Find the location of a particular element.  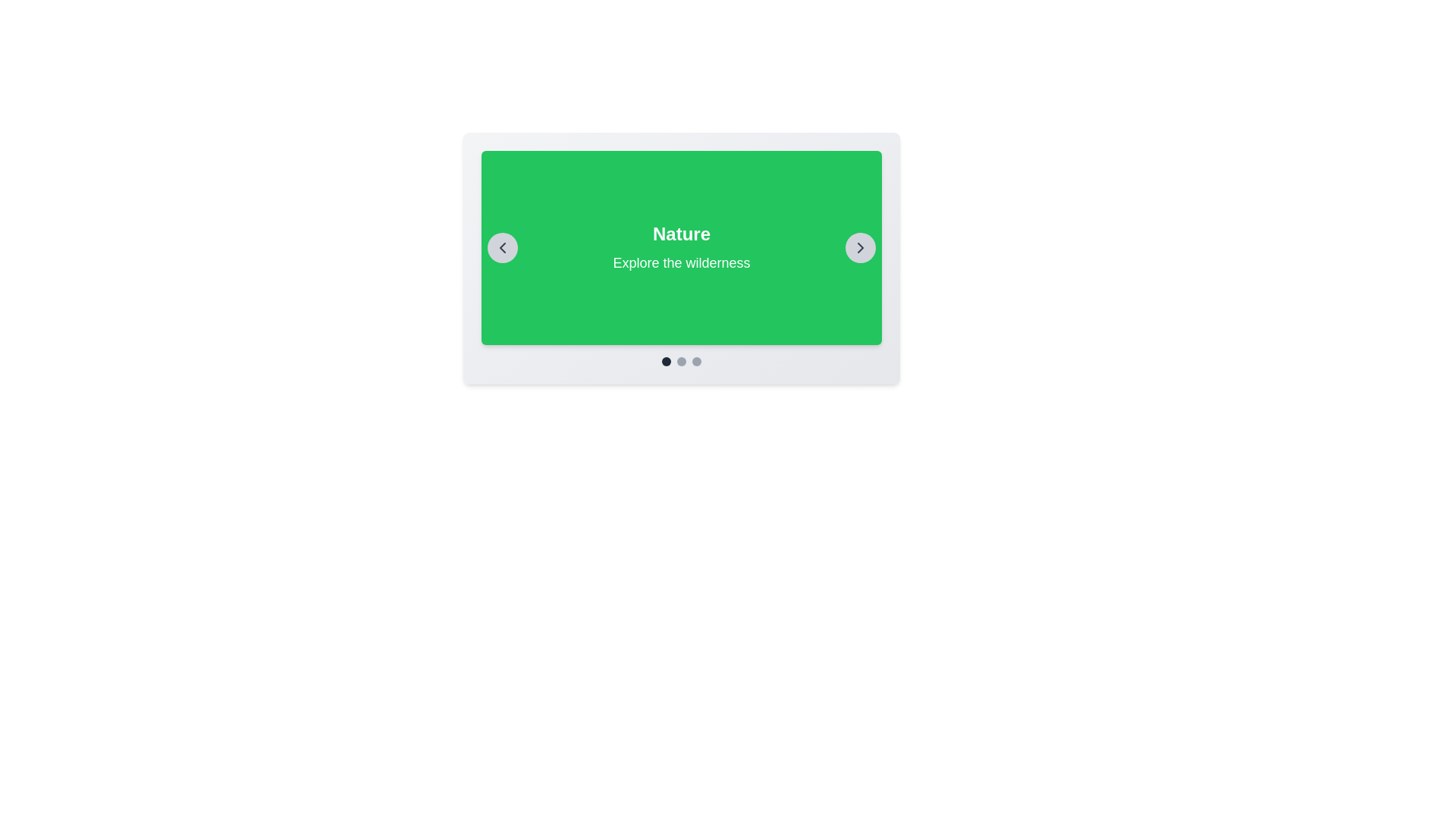

the first circular navigation dot indicator, which is dark gray and located beneath the green content area is located at coordinates (666, 362).